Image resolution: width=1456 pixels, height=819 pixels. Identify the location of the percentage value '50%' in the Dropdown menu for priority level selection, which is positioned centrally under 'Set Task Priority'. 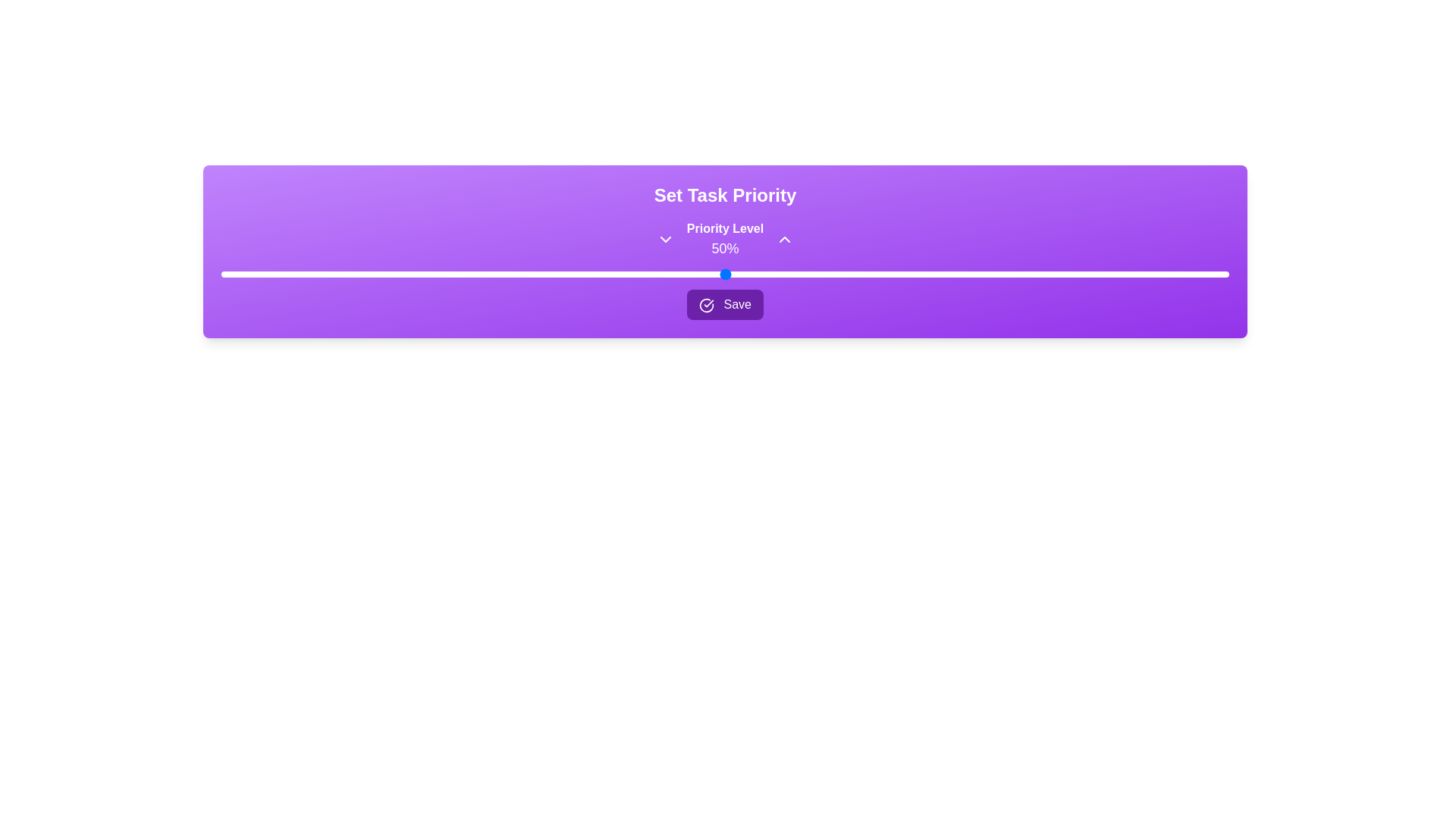
(724, 239).